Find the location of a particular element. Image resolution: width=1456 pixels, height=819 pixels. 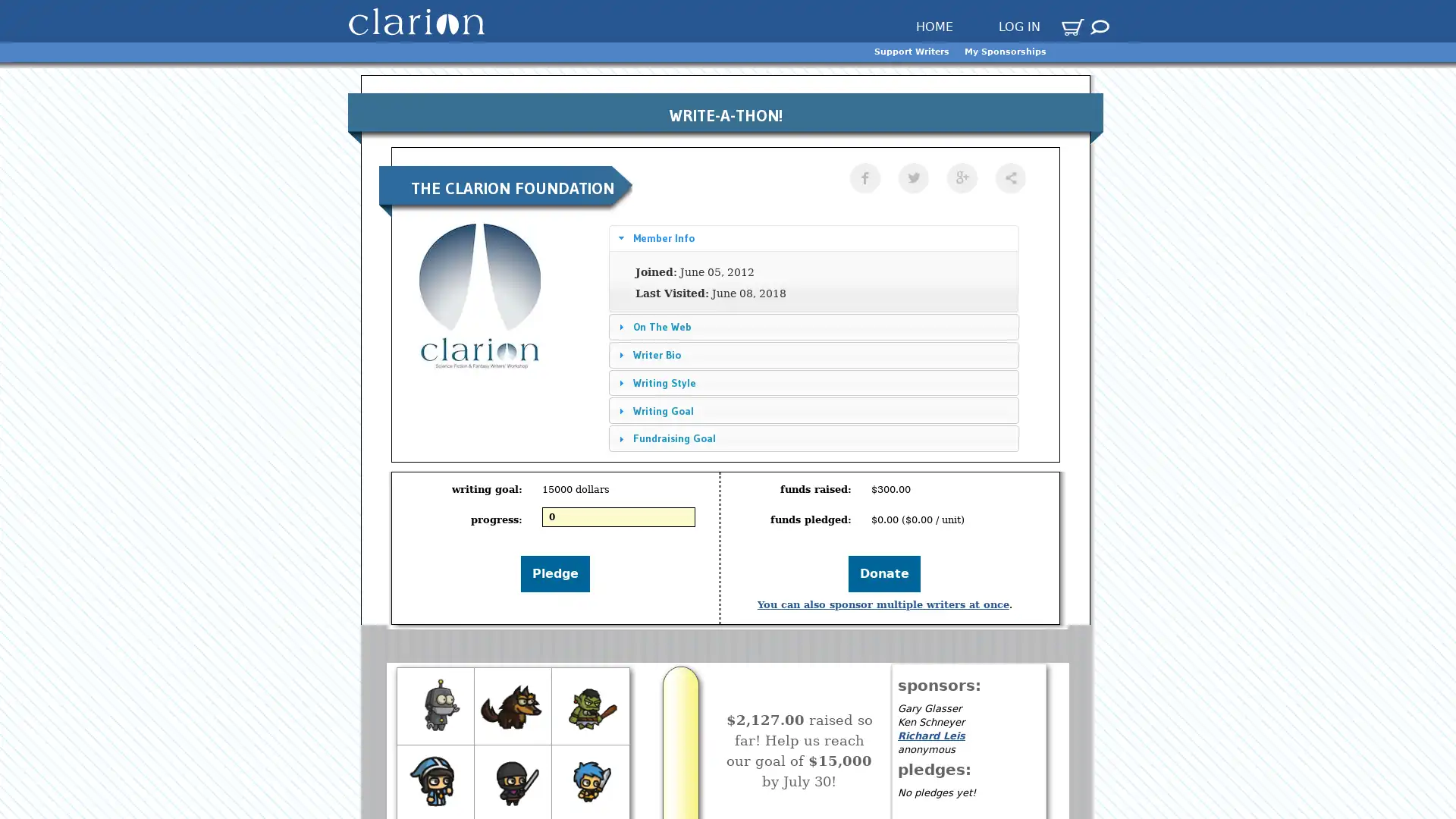

Pledge is located at coordinates (554, 573).